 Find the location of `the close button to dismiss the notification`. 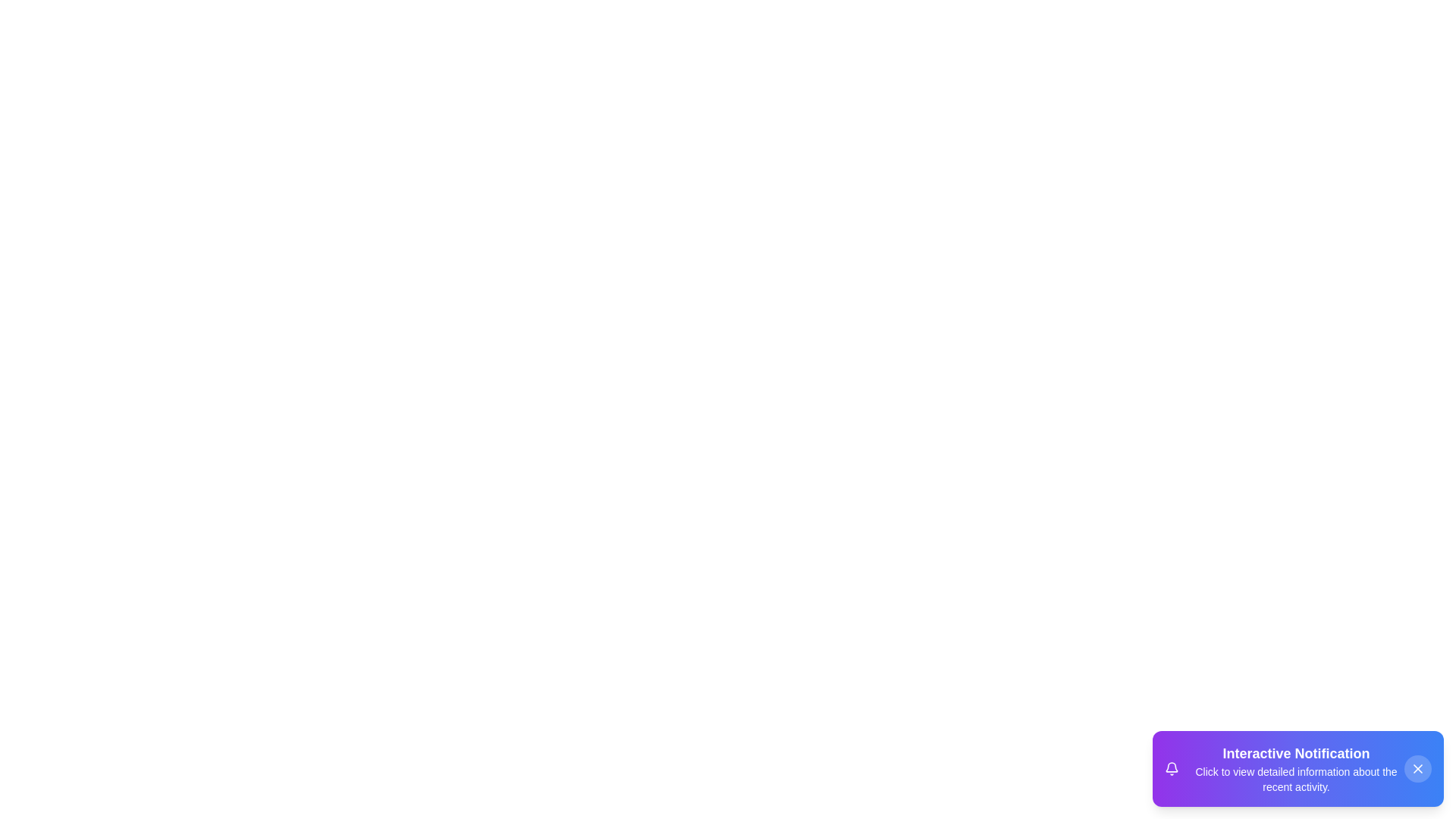

the close button to dismiss the notification is located at coordinates (1417, 769).